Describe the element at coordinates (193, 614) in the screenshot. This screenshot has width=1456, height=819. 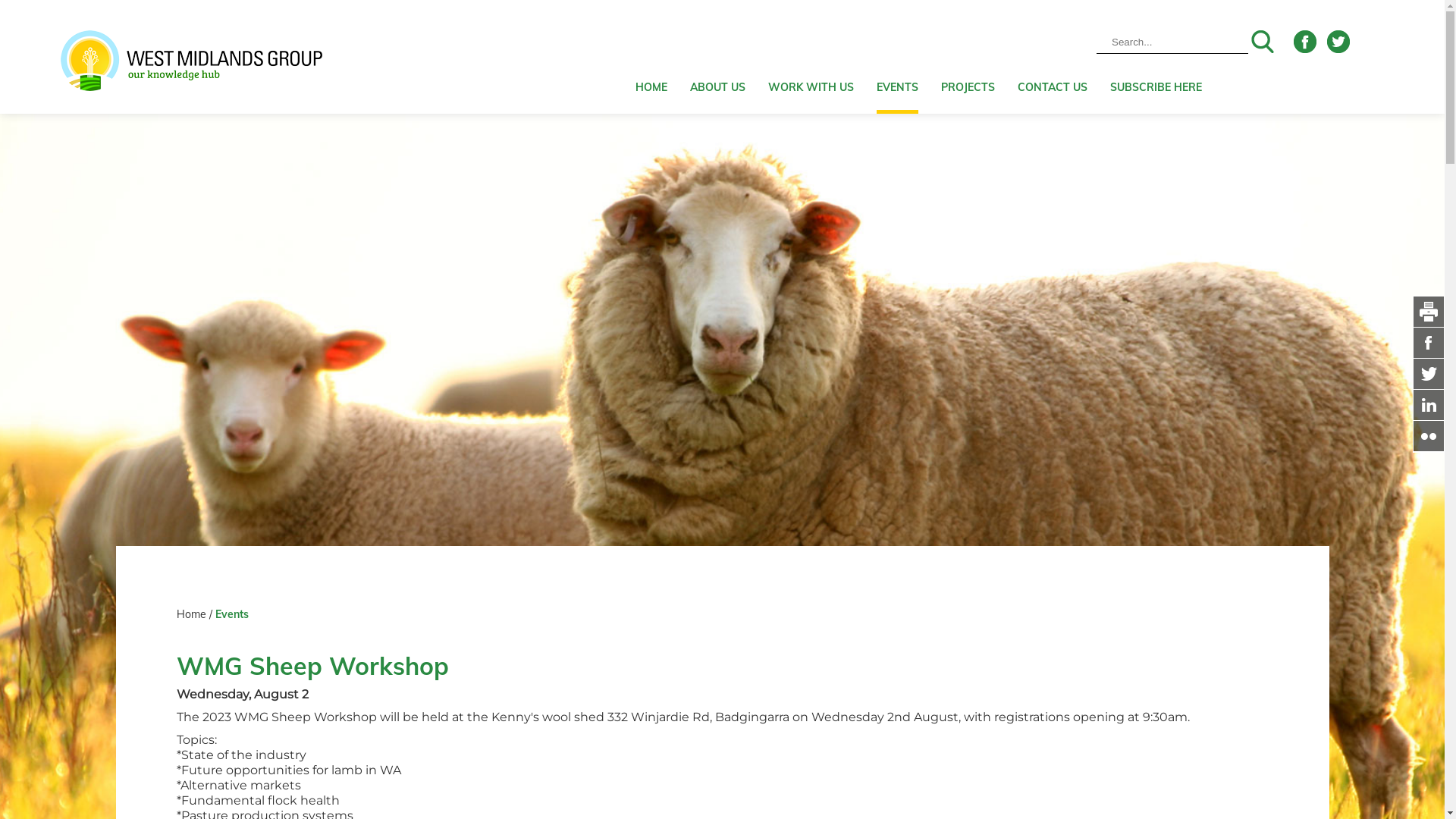
I see `'Home'` at that location.